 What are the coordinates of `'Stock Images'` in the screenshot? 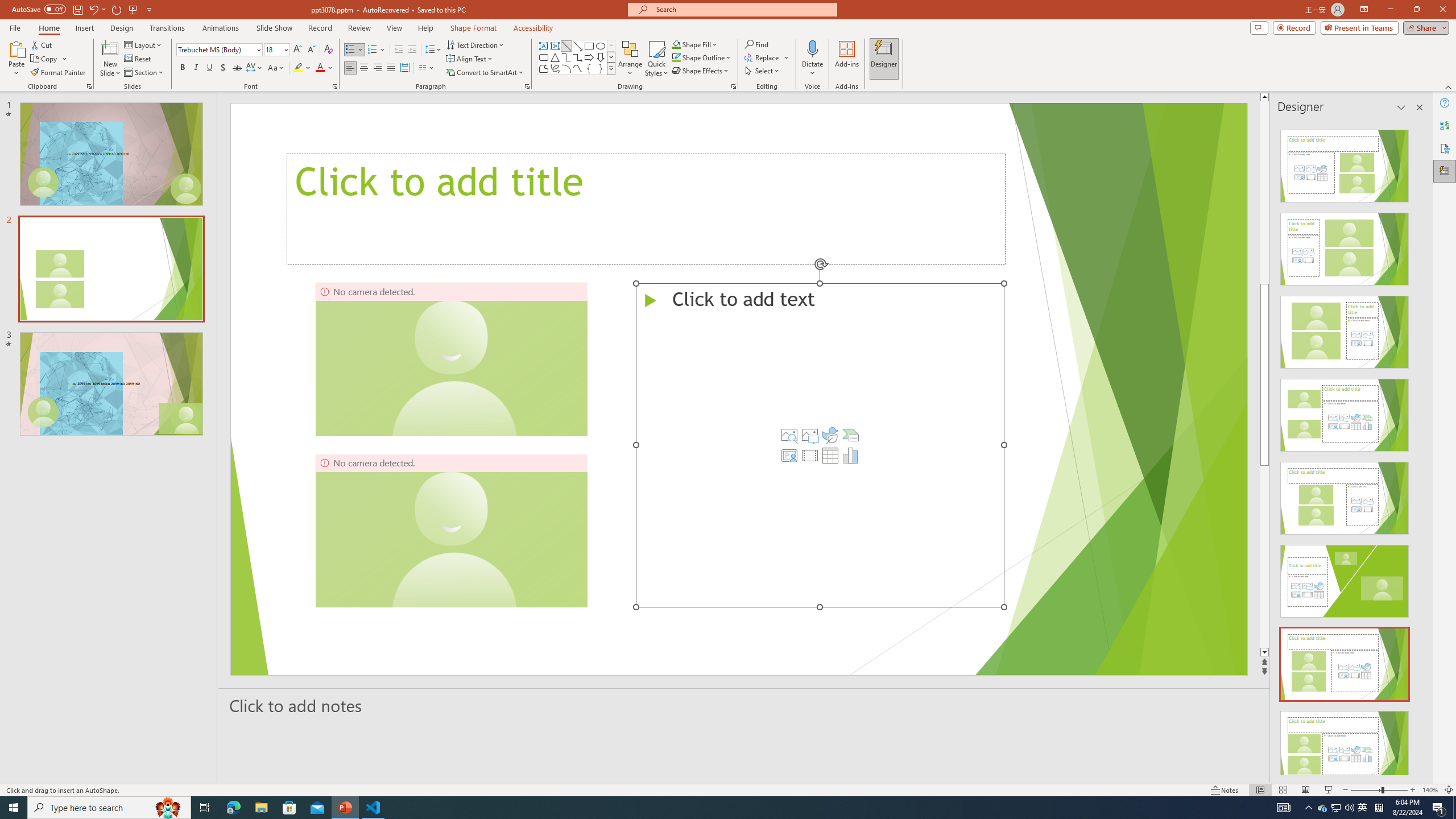 It's located at (788, 434).